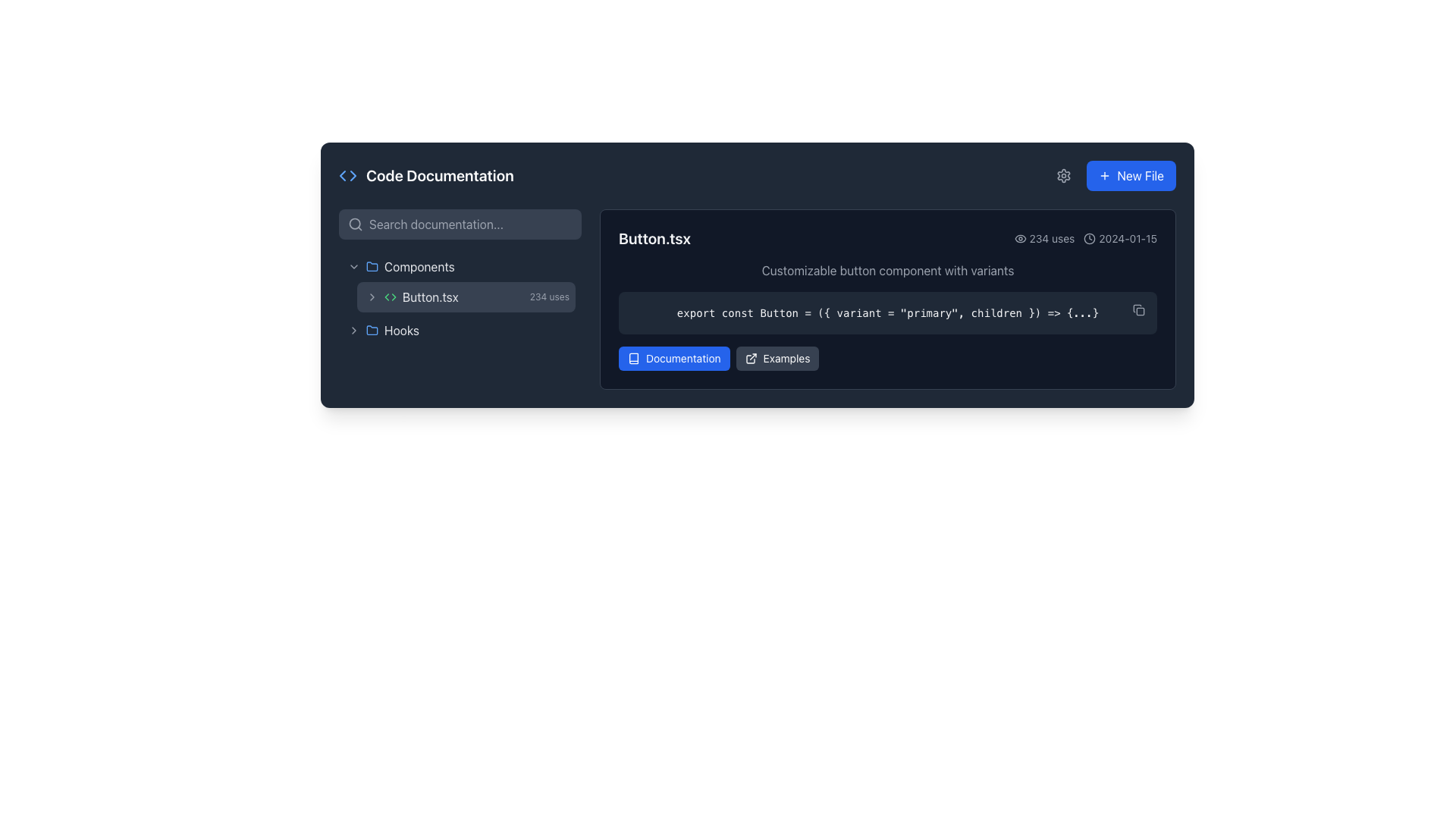 The image size is (1456, 819). I want to click on the book icon that symbolizes documentation, located to the left of the 'Documentation' text within the button element, so click(633, 359).